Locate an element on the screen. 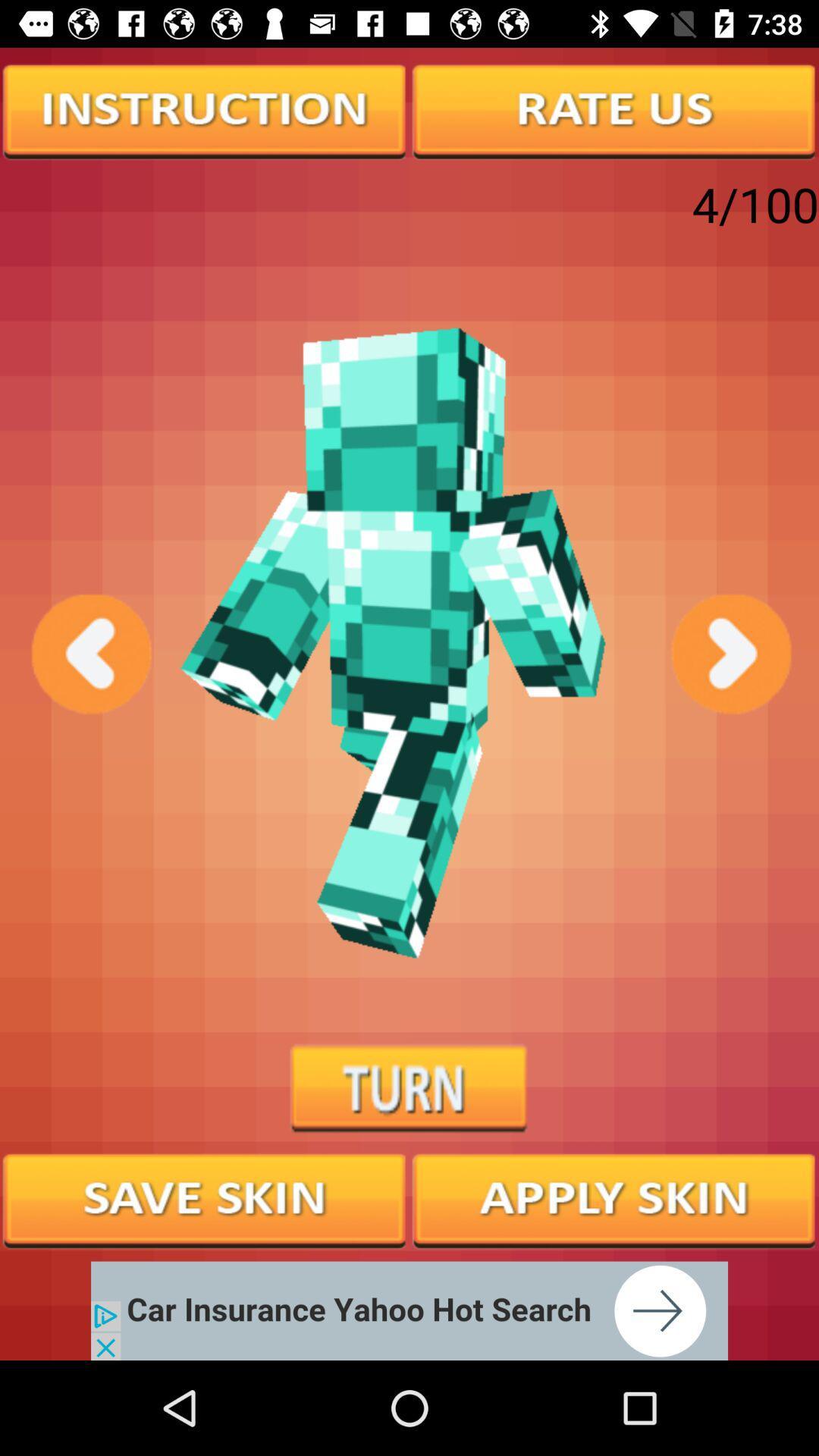  option is located at coordinates (614, 1198).